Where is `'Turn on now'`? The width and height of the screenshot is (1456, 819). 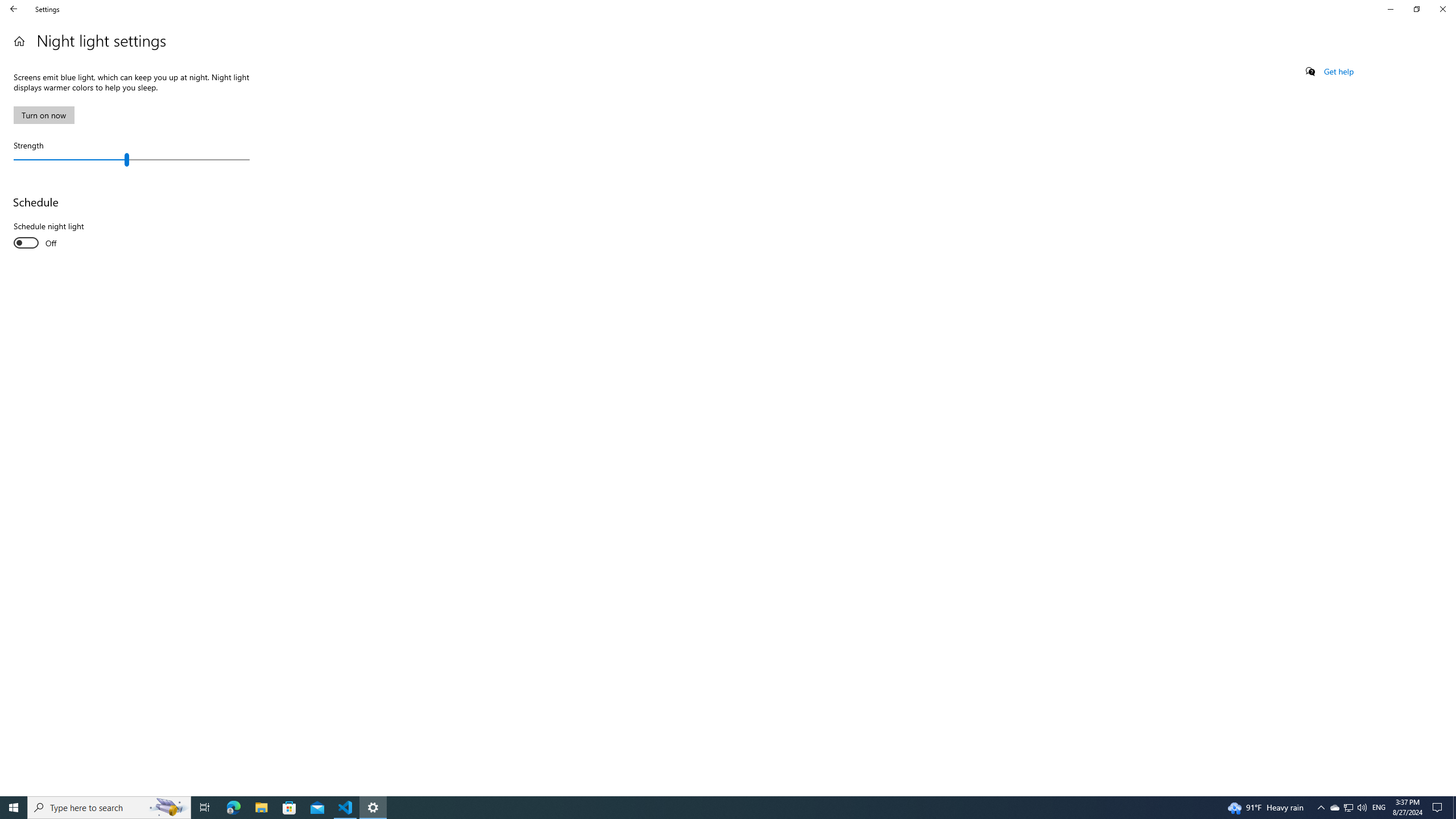
'Turn on now' is located at coordinates (43, 115).